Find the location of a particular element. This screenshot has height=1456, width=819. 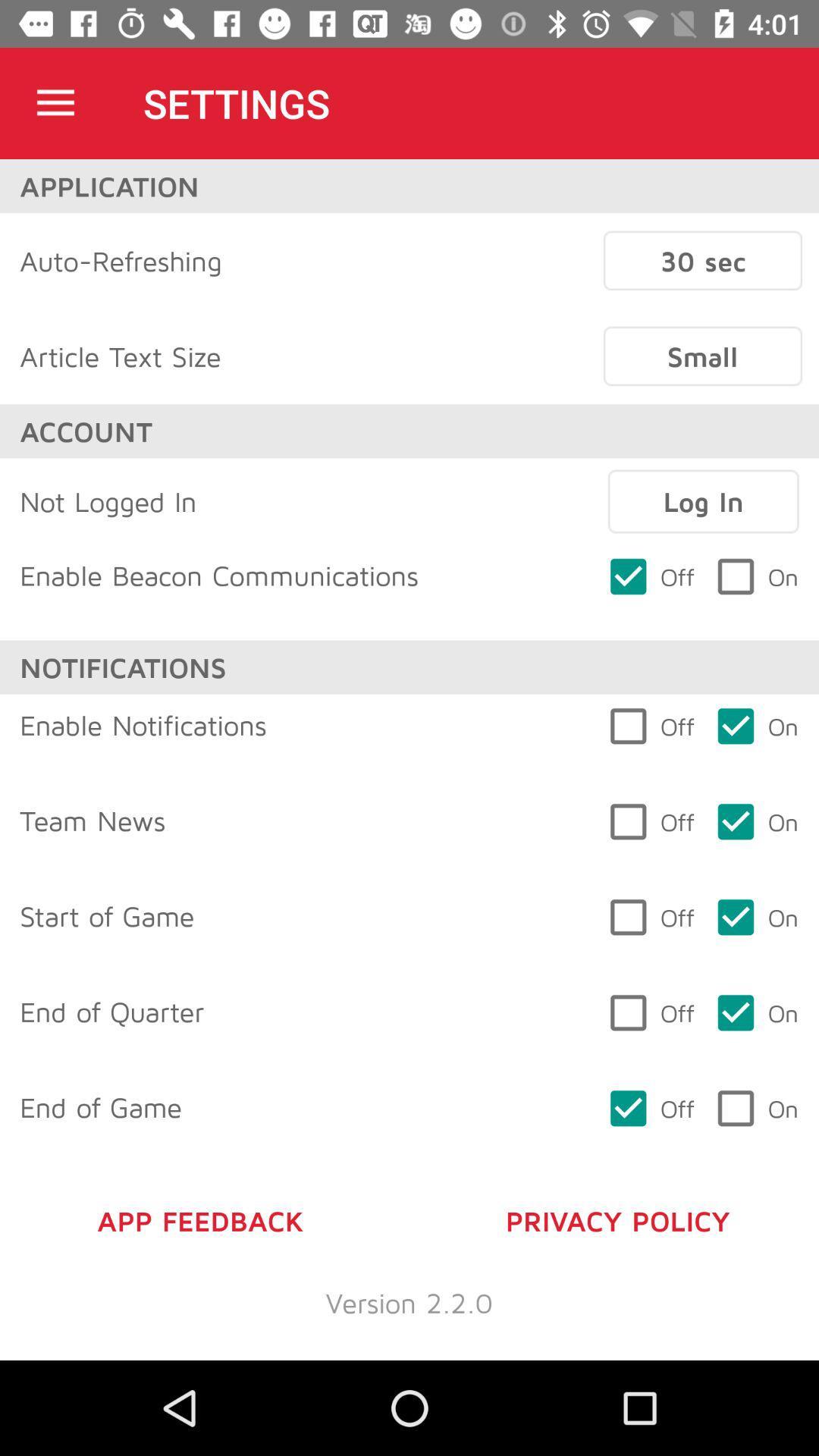

log in icon is located at coordinates (703, 501).